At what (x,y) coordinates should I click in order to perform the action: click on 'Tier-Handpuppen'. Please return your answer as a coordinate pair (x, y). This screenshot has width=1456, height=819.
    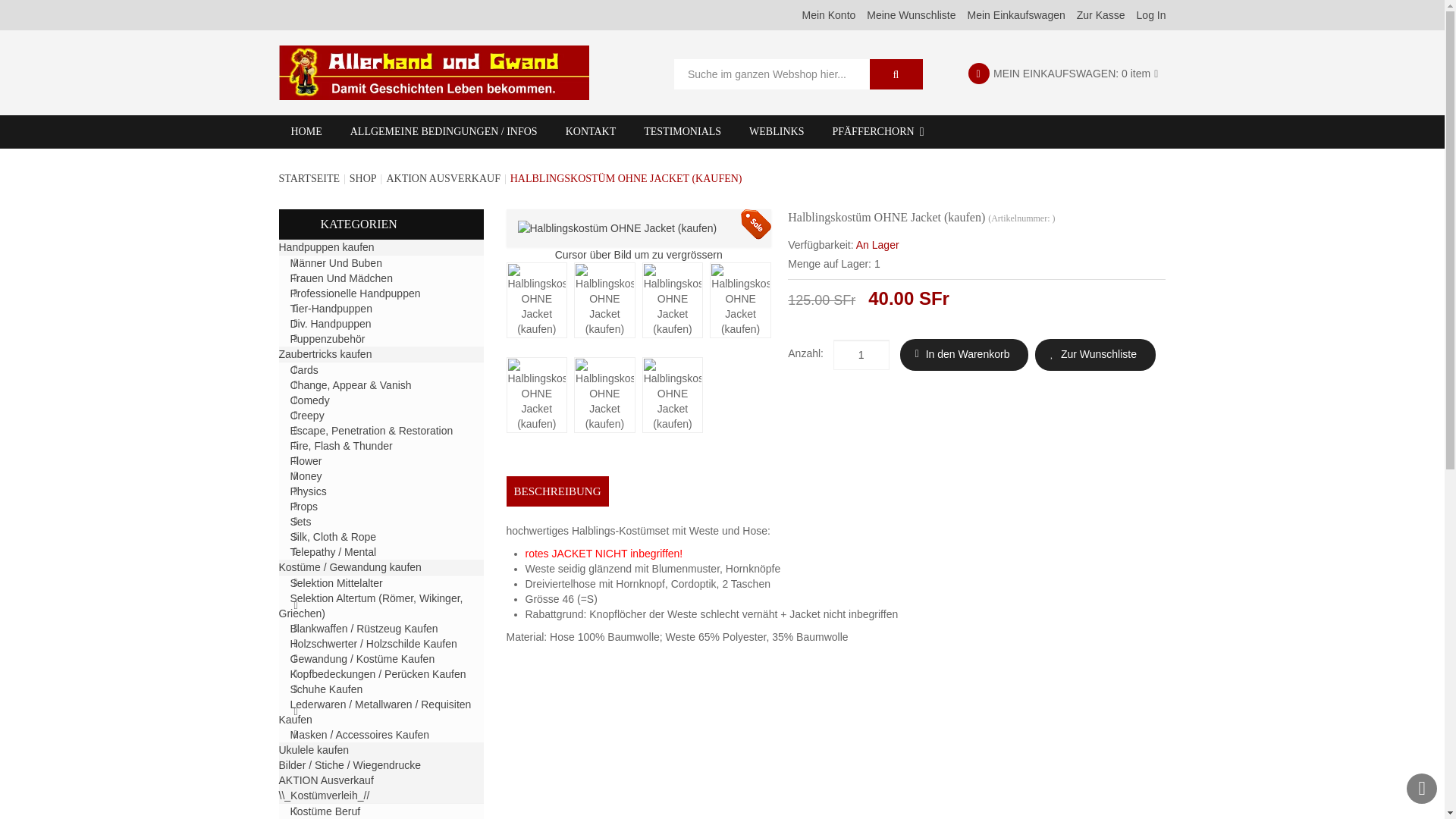
    Looking at the image, I should click on (330, 308).